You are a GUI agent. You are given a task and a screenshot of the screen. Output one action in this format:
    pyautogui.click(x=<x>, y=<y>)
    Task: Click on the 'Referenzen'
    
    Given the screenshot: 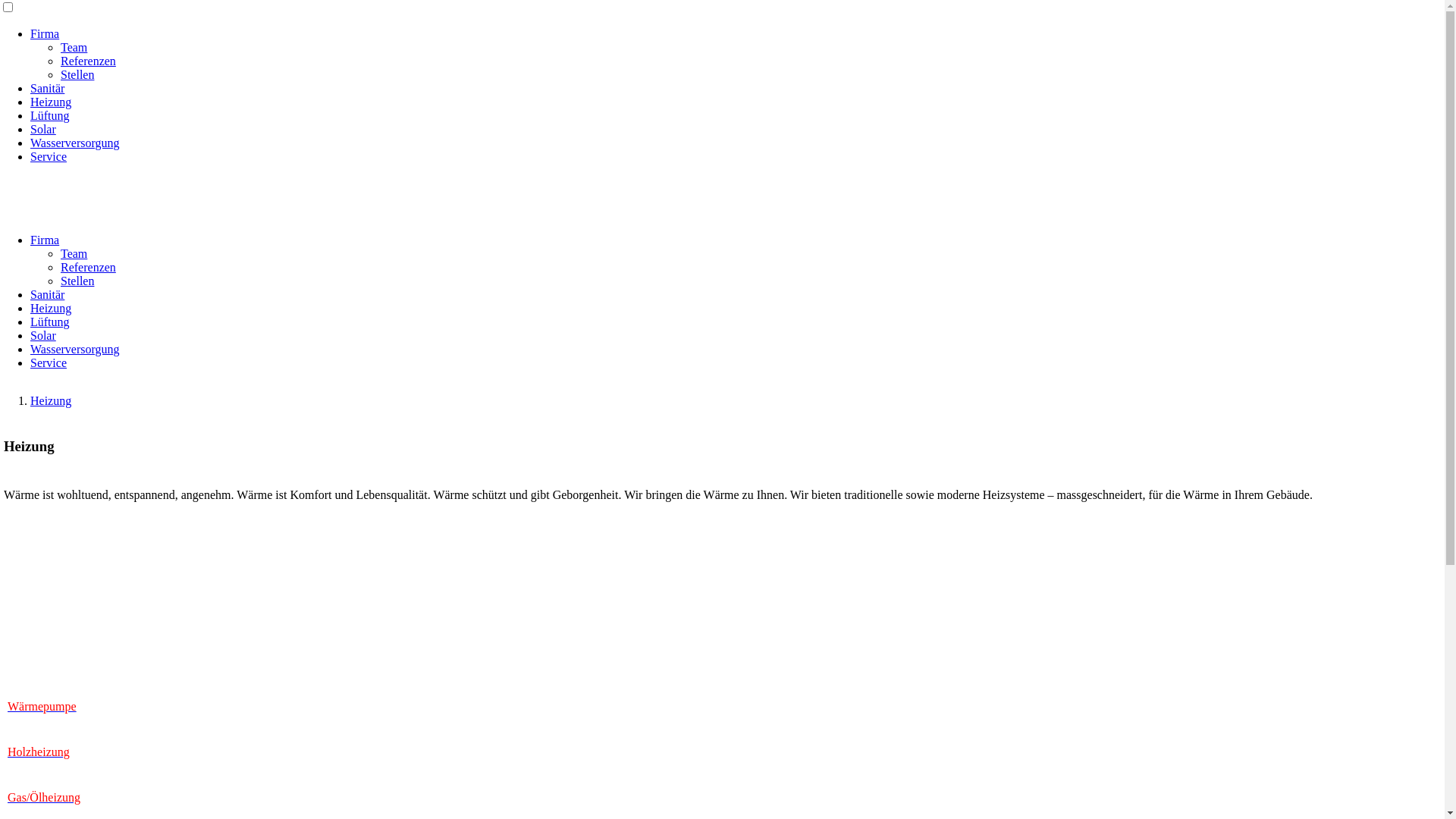 What is the action you would take?
    pyautogui.click(x=87, y=266)
    